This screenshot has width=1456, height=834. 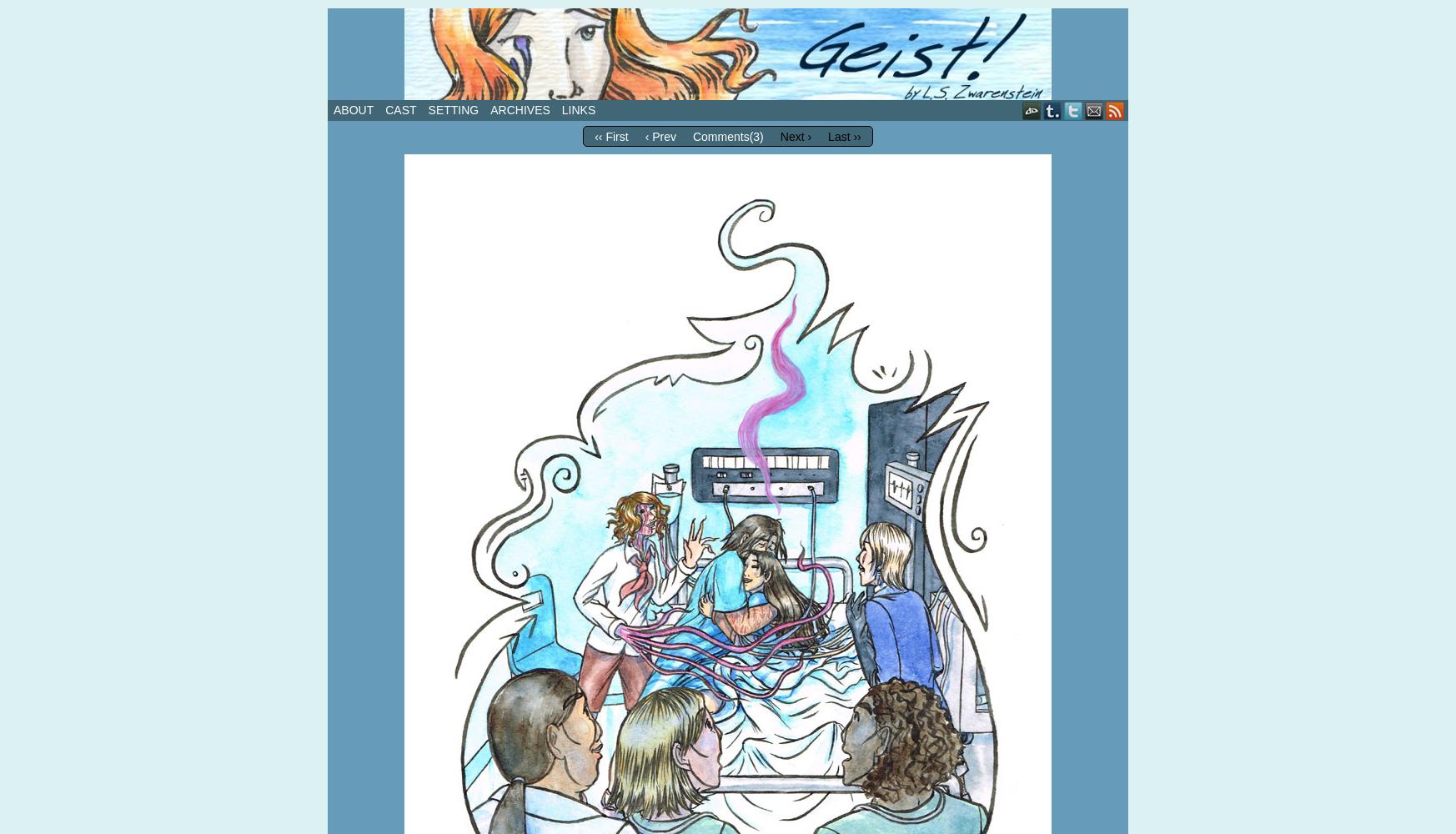 What do you see at coordinates (609, 107) in the screenshot?
I see `'A weekly webcomic about love, revenge, and invisible monsters.'` at bounding box center [609, 107].